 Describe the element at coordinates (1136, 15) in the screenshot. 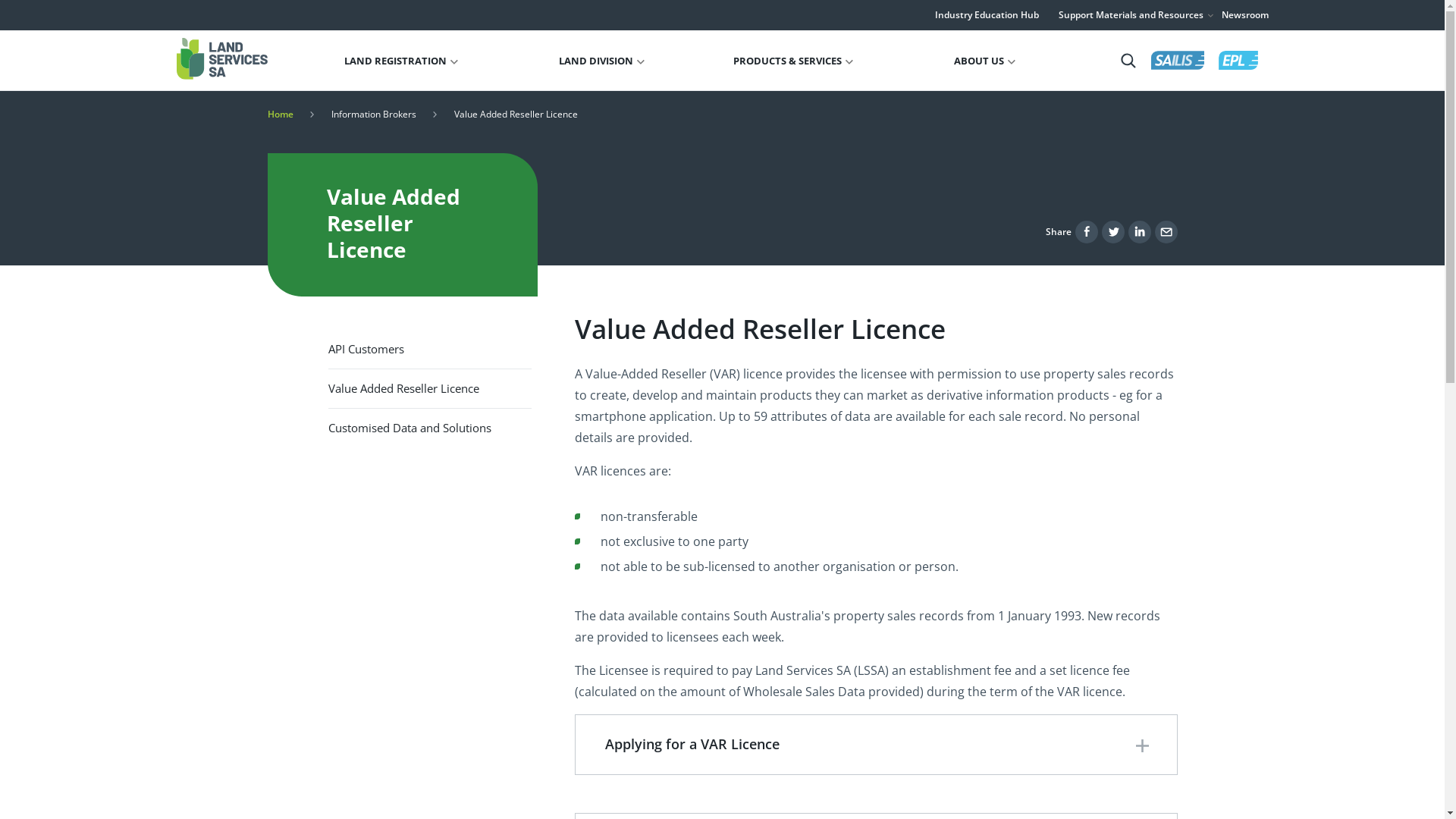

I see `'Support Materials and Resources'` at that location.